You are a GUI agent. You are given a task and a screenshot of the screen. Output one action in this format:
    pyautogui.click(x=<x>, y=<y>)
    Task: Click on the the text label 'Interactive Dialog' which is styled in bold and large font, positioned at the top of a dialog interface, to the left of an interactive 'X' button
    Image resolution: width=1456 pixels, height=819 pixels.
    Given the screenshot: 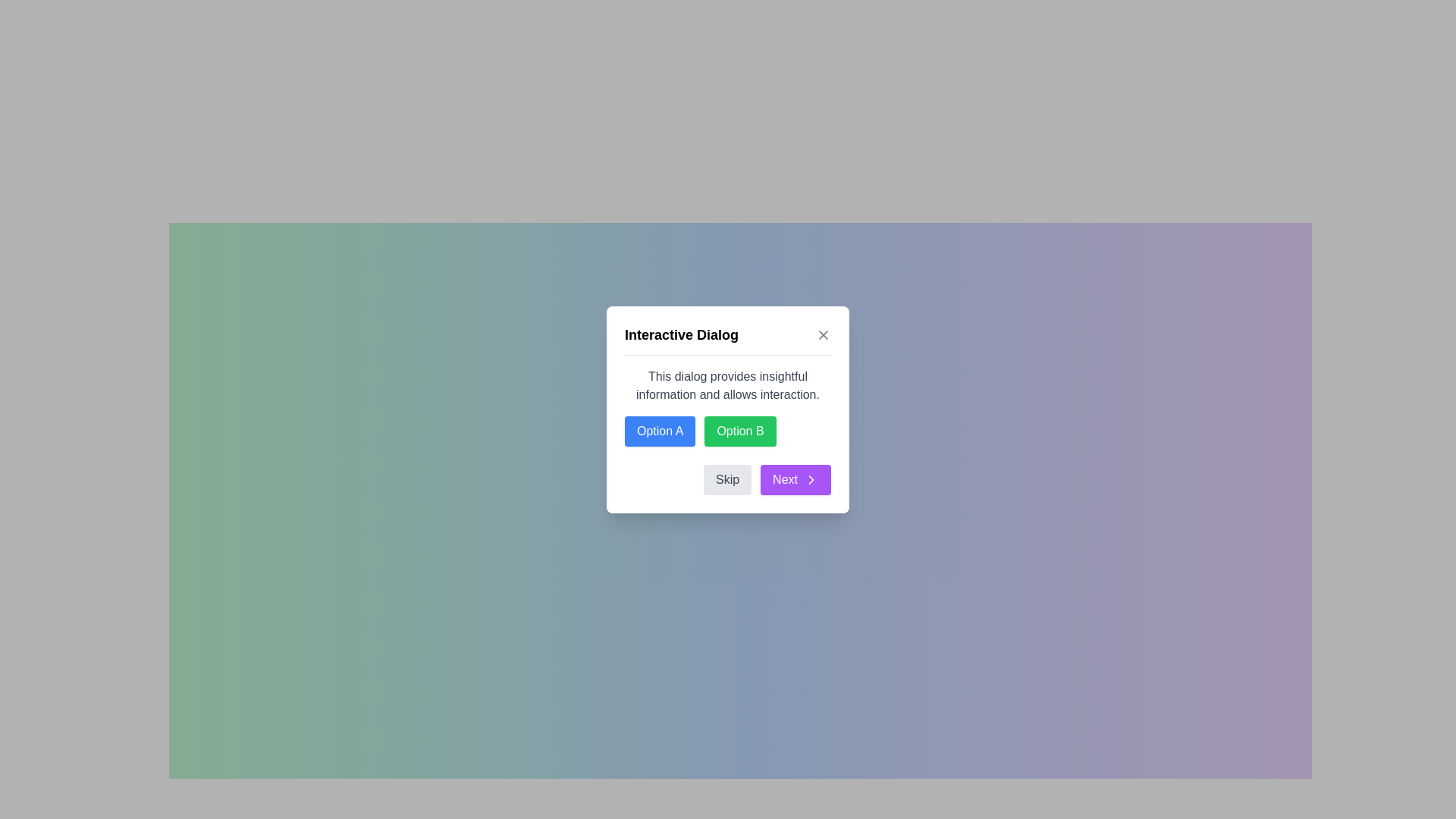 What is the action you would take?
    pyautogui.click(x=680, y=334)
    